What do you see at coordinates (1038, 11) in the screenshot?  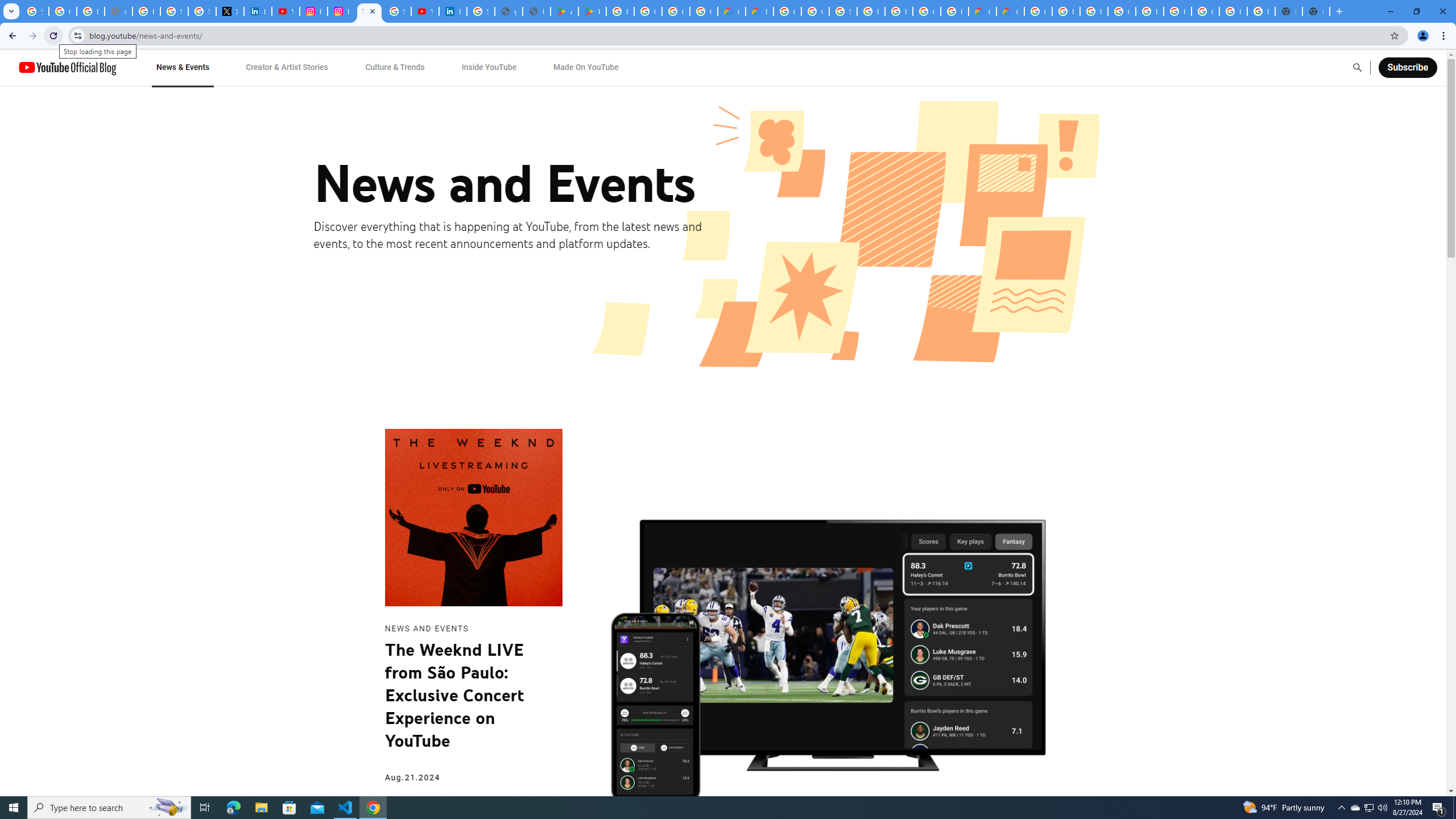 I see `'Google Cloud Platform'` at bounding box center [1038, 11].